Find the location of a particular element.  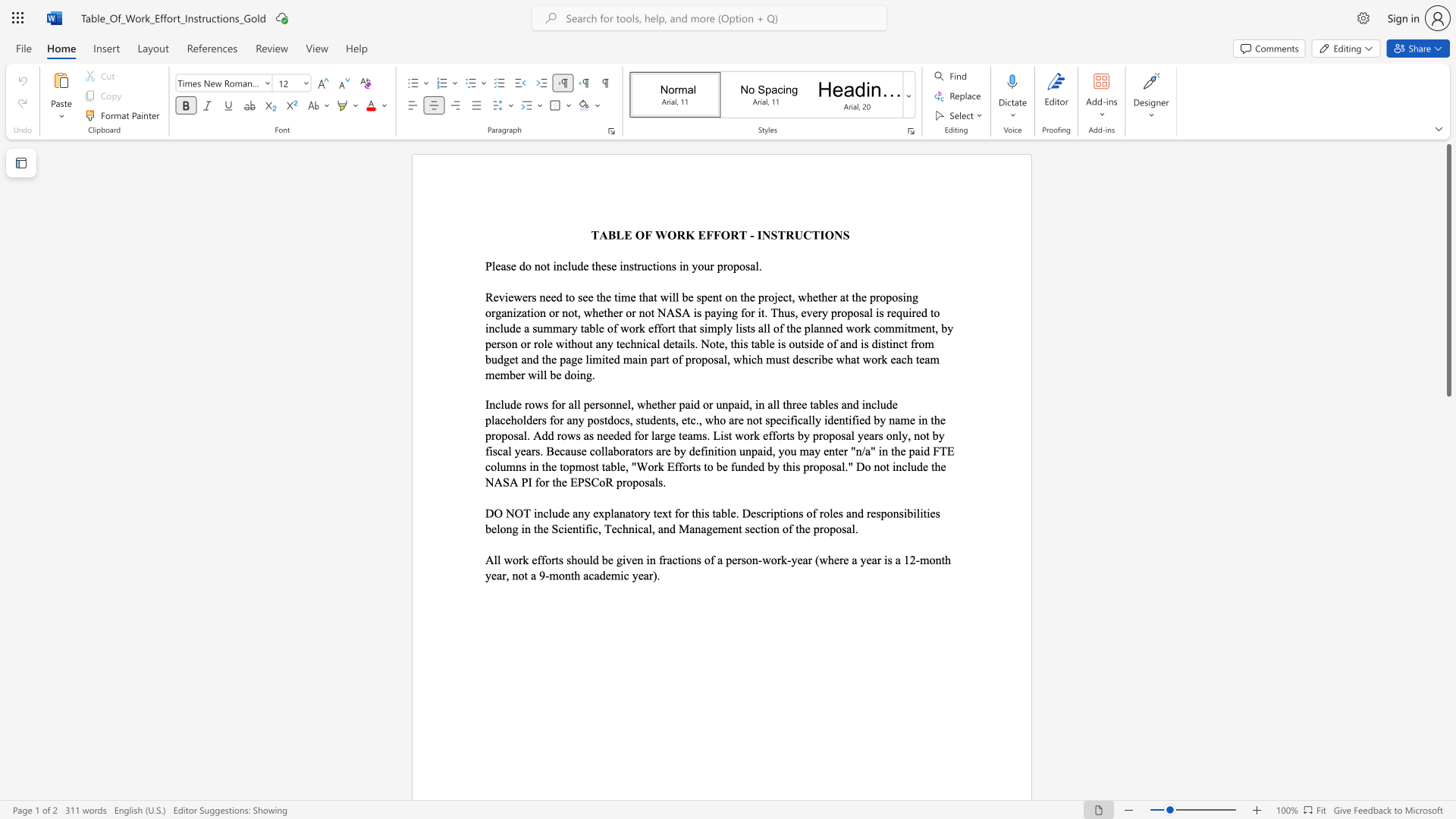

the scrollbar to slide the page down is located at coordinates (1448, 561).